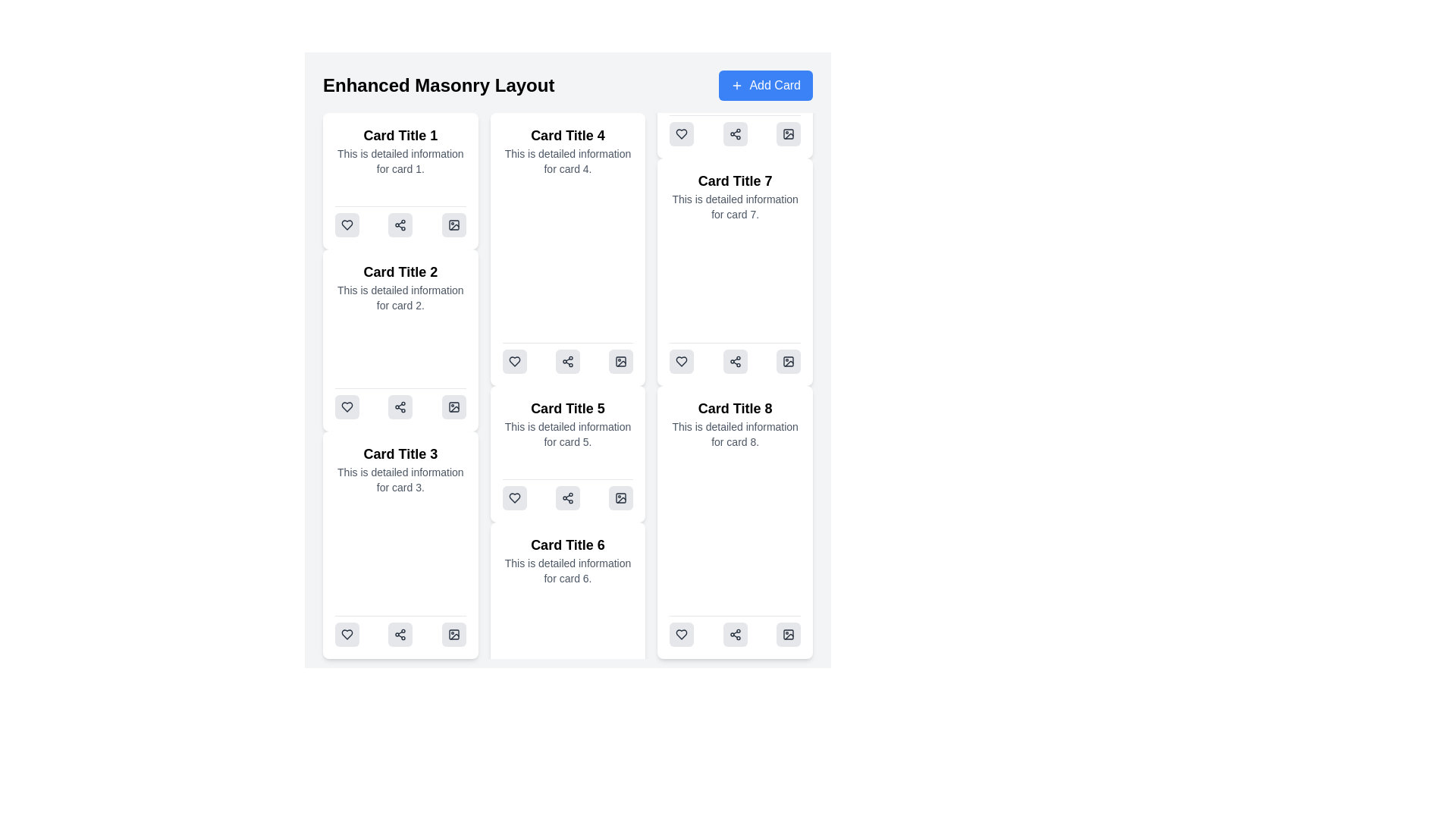 The height and width of the screenshot is (819, 1456). Describe the element at coordinates (400, 298) in the screenshot. I see `the informational text located beneath 'Card Title 2' in the second card of the first column` at that location.